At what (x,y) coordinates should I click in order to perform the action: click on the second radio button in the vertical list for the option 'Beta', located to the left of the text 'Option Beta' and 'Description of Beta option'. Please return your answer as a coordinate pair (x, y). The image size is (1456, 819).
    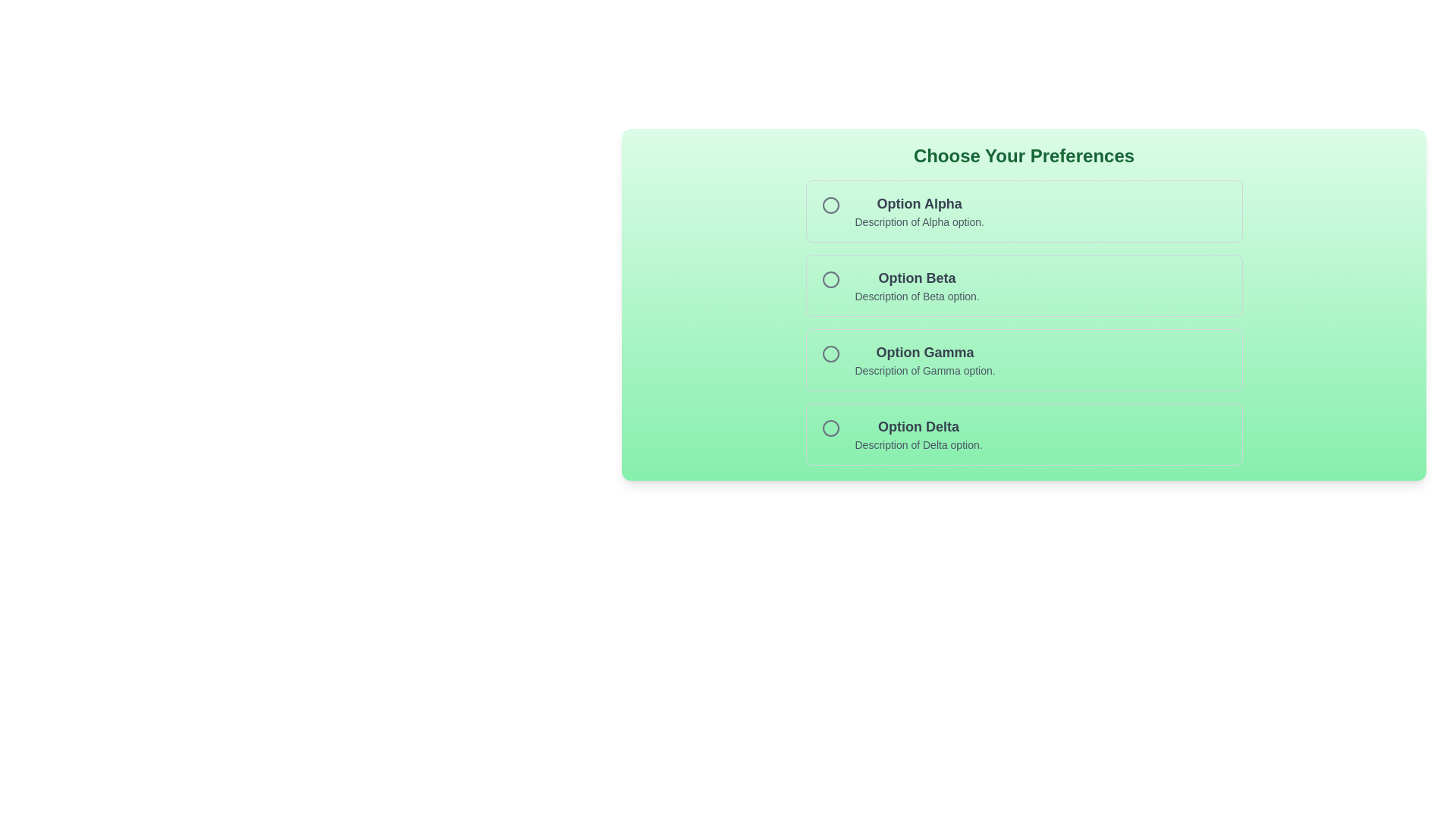
    Looking at the image, I should click on (830, 280).